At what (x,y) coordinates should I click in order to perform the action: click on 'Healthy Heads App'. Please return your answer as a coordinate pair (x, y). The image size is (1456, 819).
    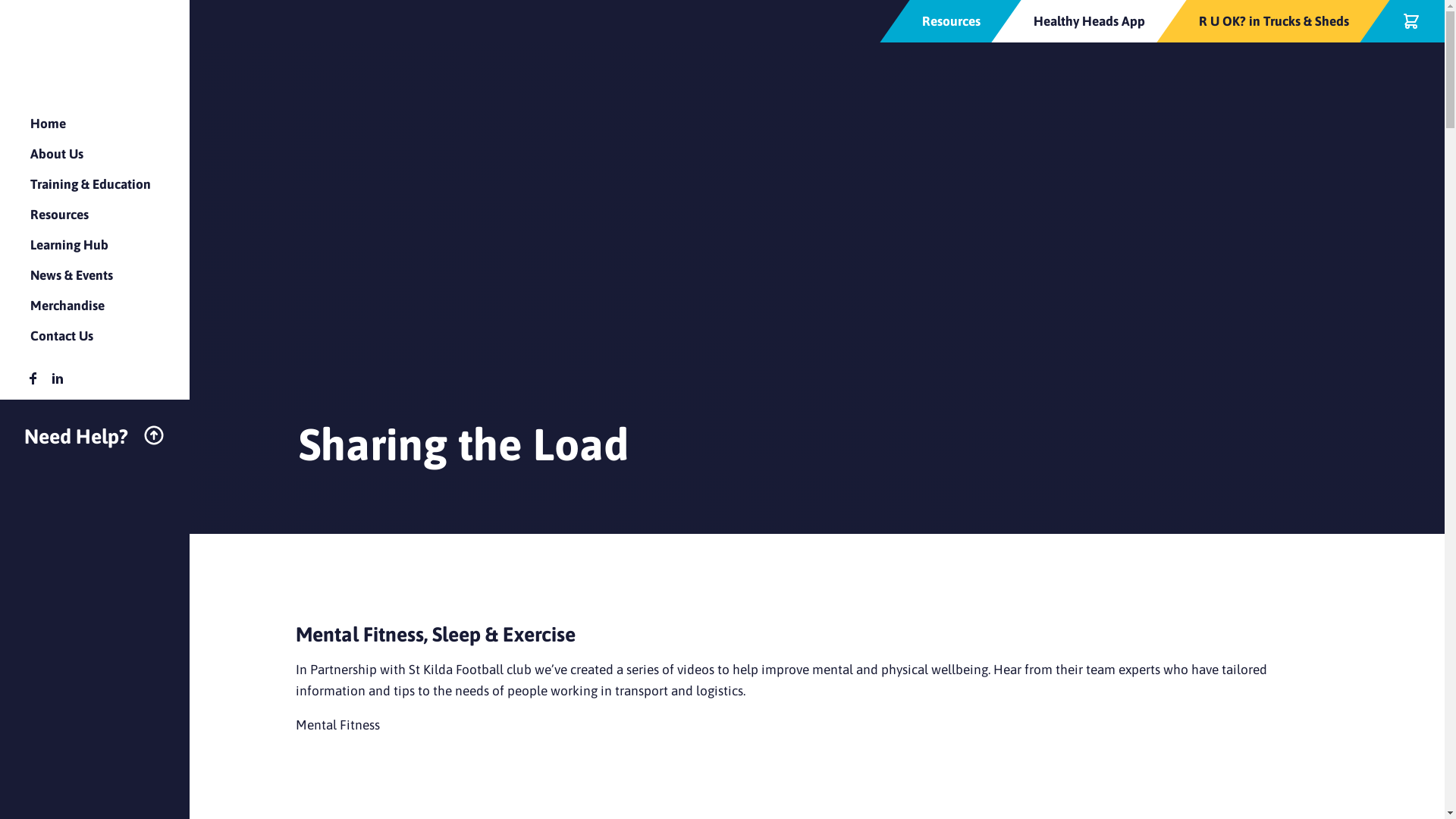
    Looking at the image, I should click on (1088, 20).